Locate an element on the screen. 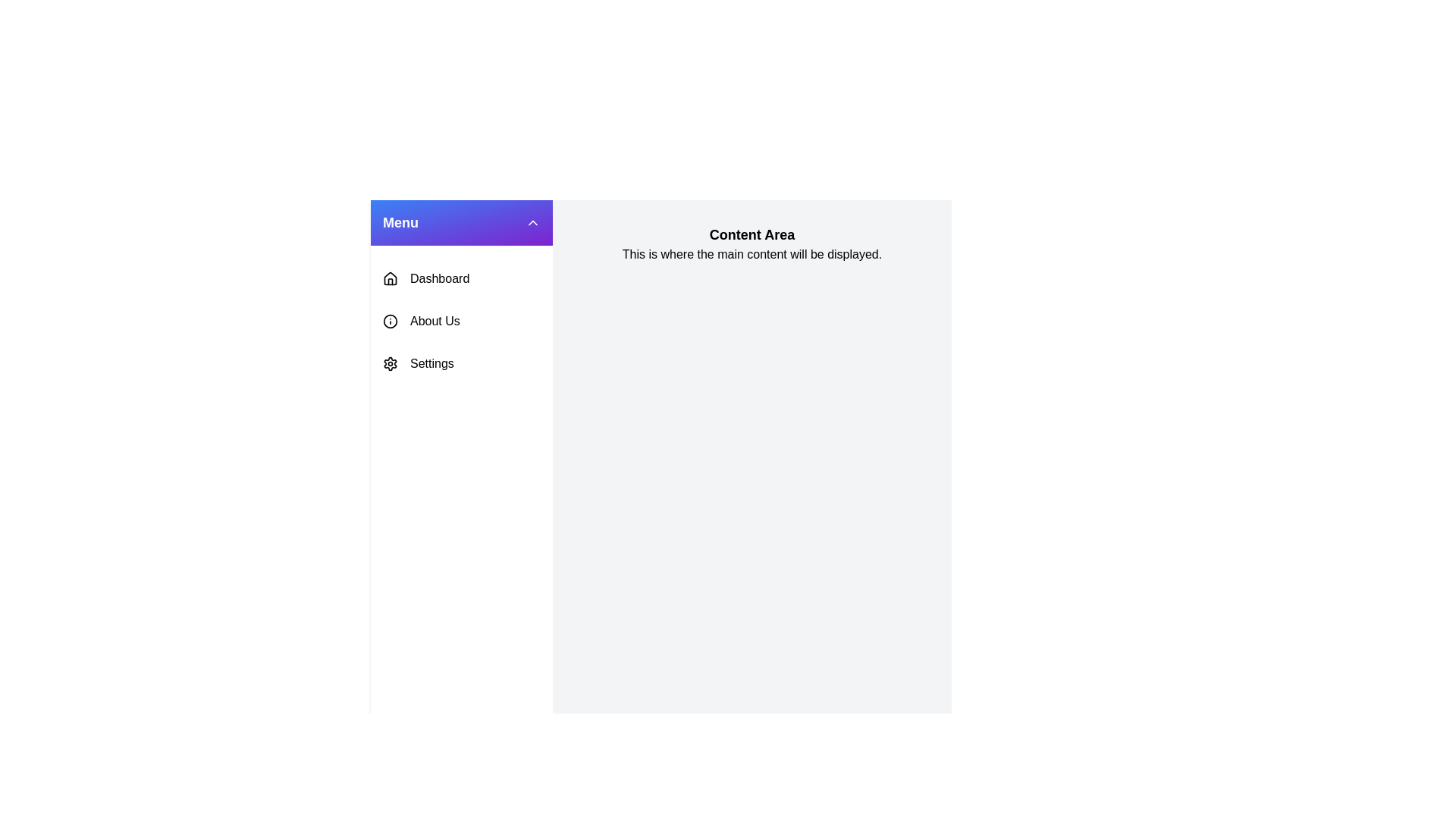 The width and height of the screenshot is (1456, 819). the menu item Dashboard to observe its hover effect is located at coordinates (461, 278).